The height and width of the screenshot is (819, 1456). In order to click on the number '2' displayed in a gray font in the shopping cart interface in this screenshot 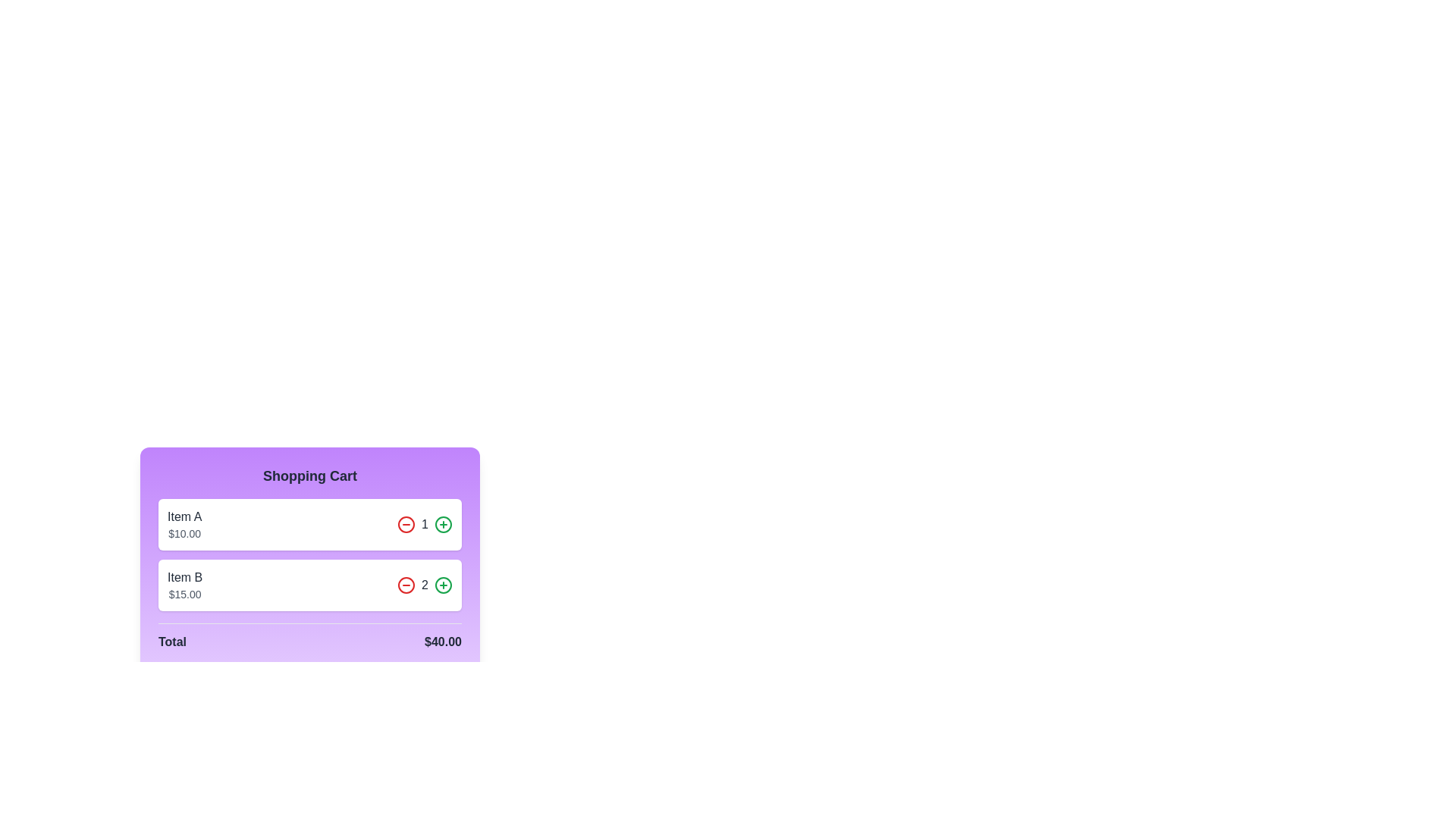, I will do `click(425, 584)`.